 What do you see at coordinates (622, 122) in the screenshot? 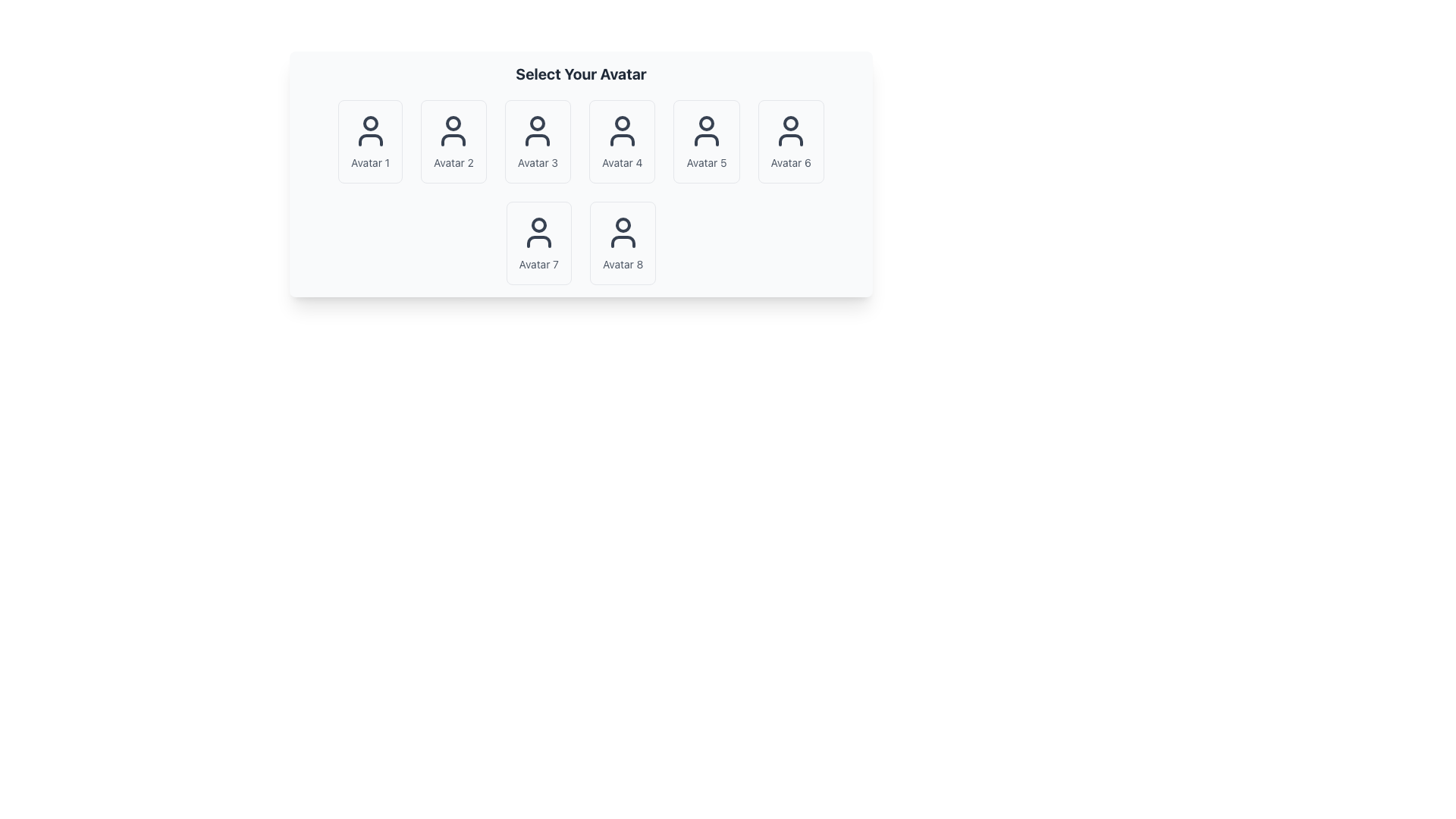
I see `the decorative SVG circle component representing the head of the 'Avatar 4' icon located in the top-center section of the fourth avatar in the avatar grid` at bounding box center [622, 122].